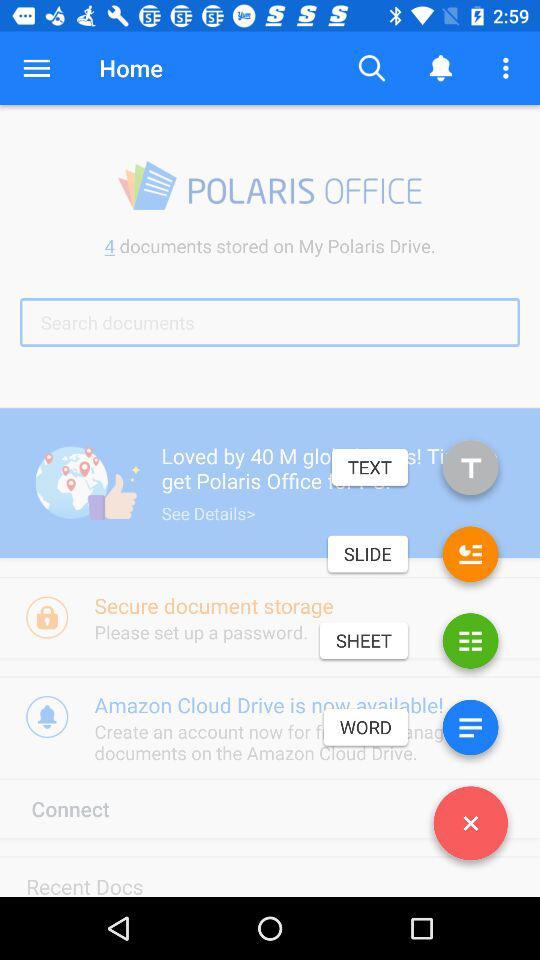  Describe the element at coordinates (88, 808) in the screenshot. I see `the icon above the recent docs` at that location.